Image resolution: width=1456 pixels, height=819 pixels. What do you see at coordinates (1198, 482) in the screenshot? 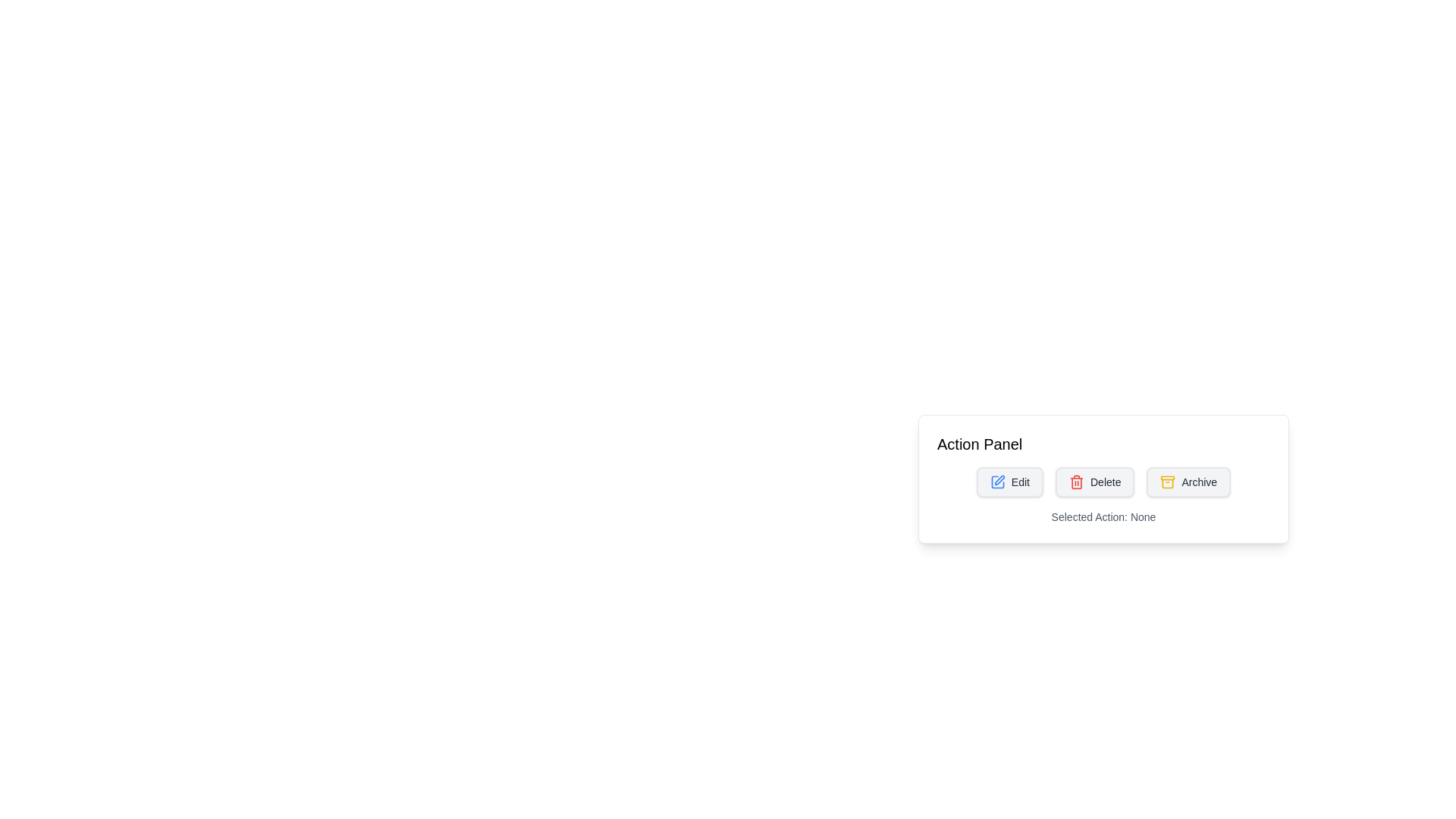
I see `the 'Archive' text label within the action button` at bounding box center [1198, 482].